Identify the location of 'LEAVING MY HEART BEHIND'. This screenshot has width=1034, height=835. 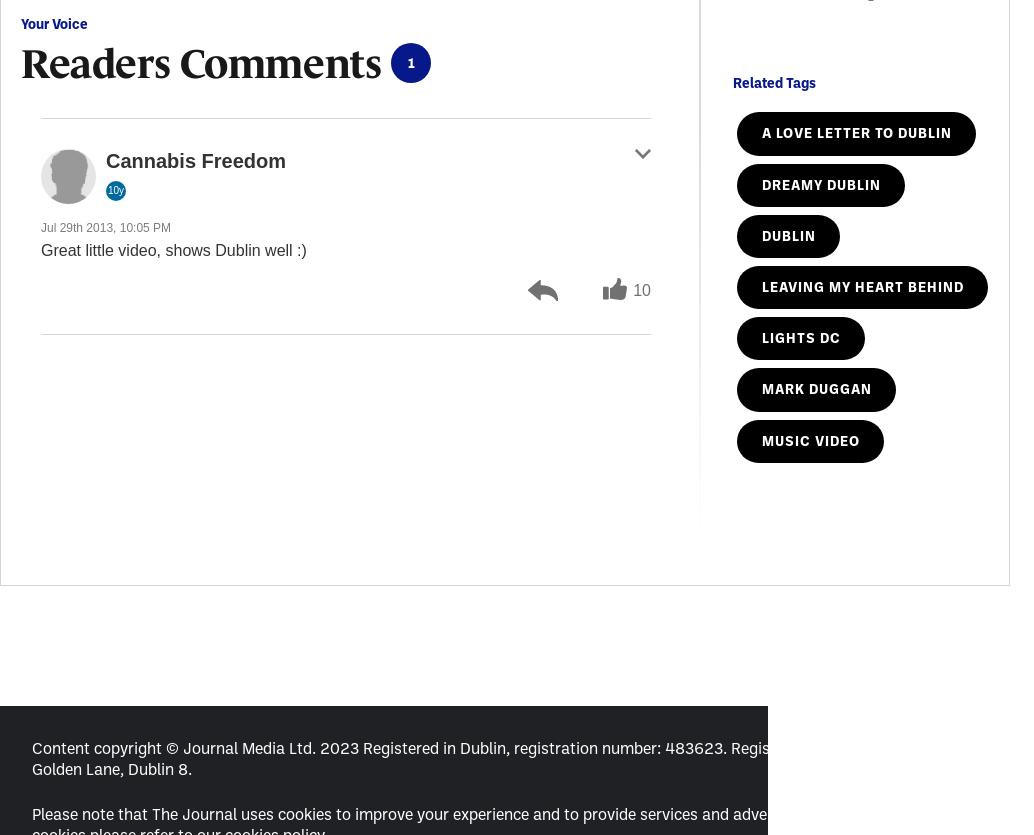
(761, 285).